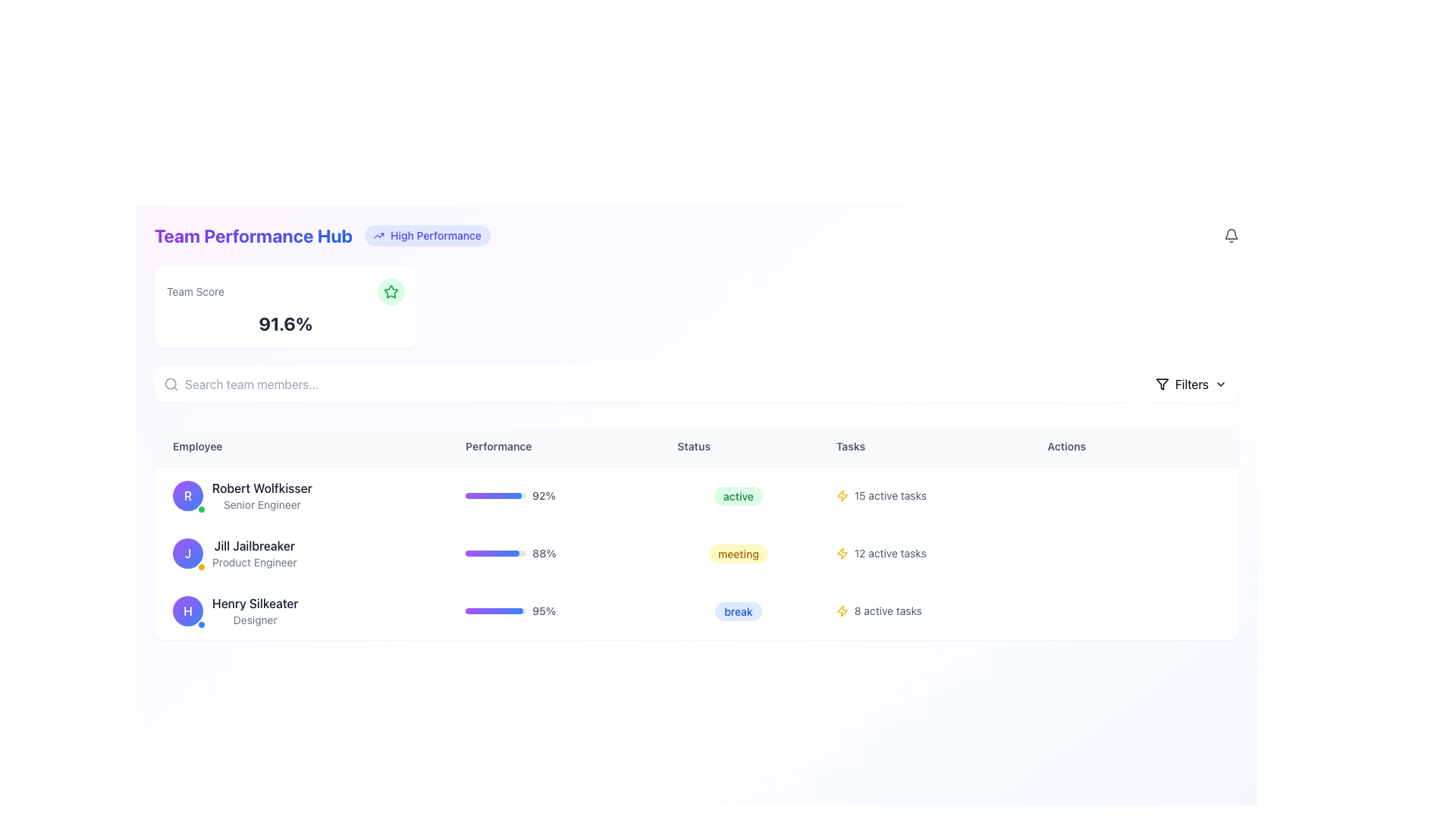 The image size is (1456, 819). I want to click on the 'Filters' button located in the top-right corner of the interface, so click(1190, 383).